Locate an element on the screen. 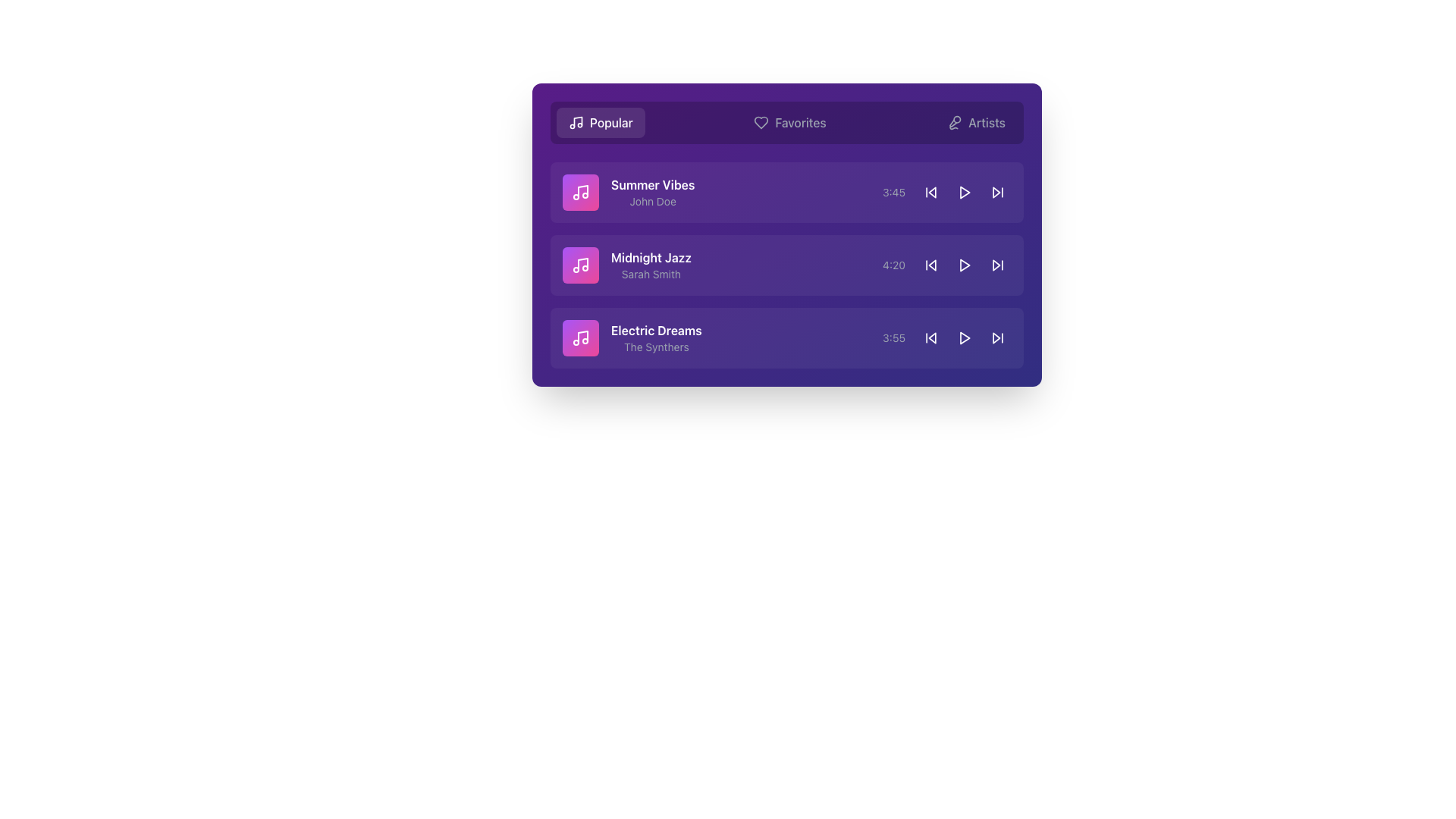  the play button styled with a triangular 'Play' sign in white on a purple background associated with the 'Electric Dreams' song is located at coordinates (964, 337).